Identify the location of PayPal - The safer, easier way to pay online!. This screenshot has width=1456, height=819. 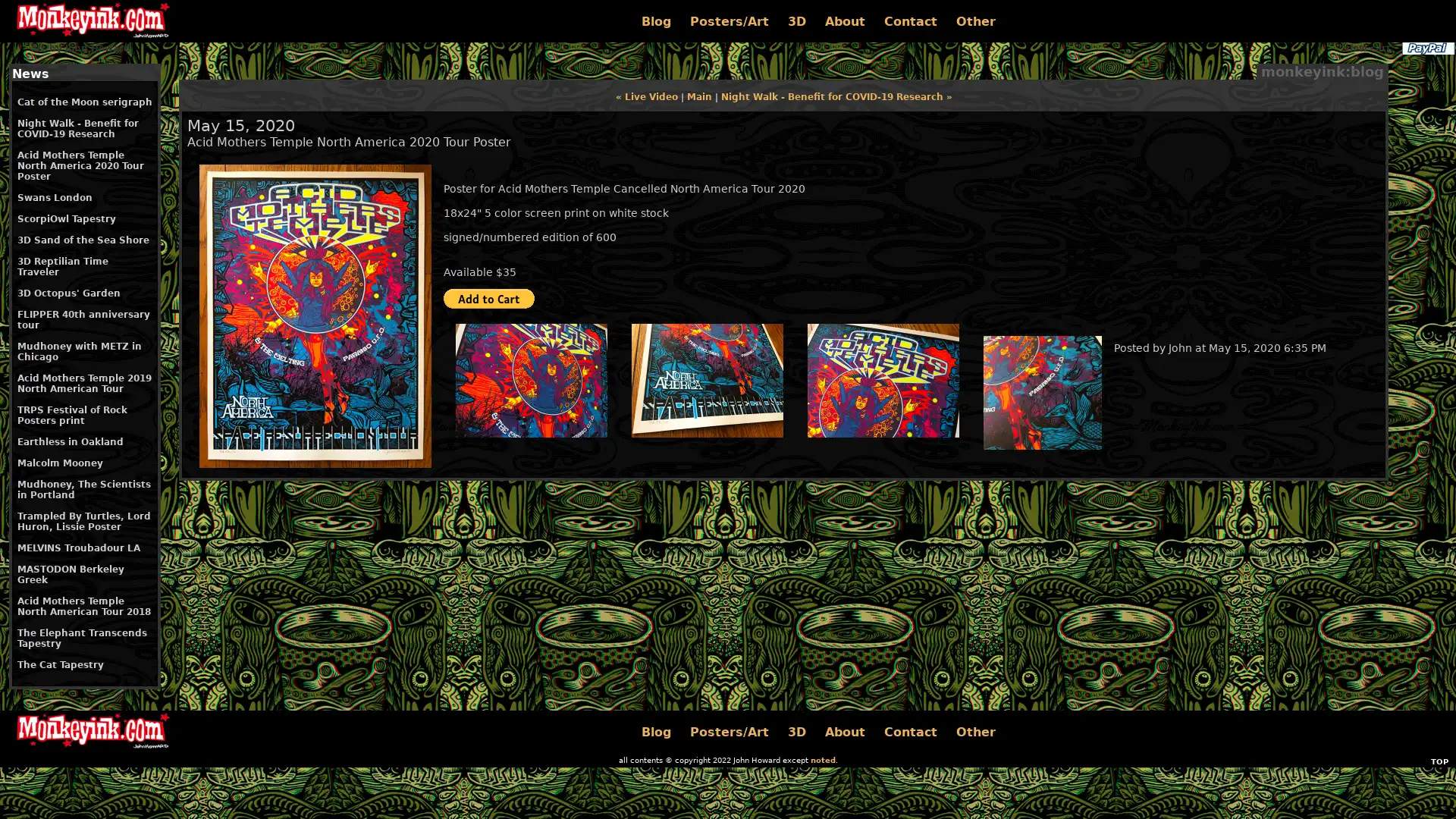
(488, 298).